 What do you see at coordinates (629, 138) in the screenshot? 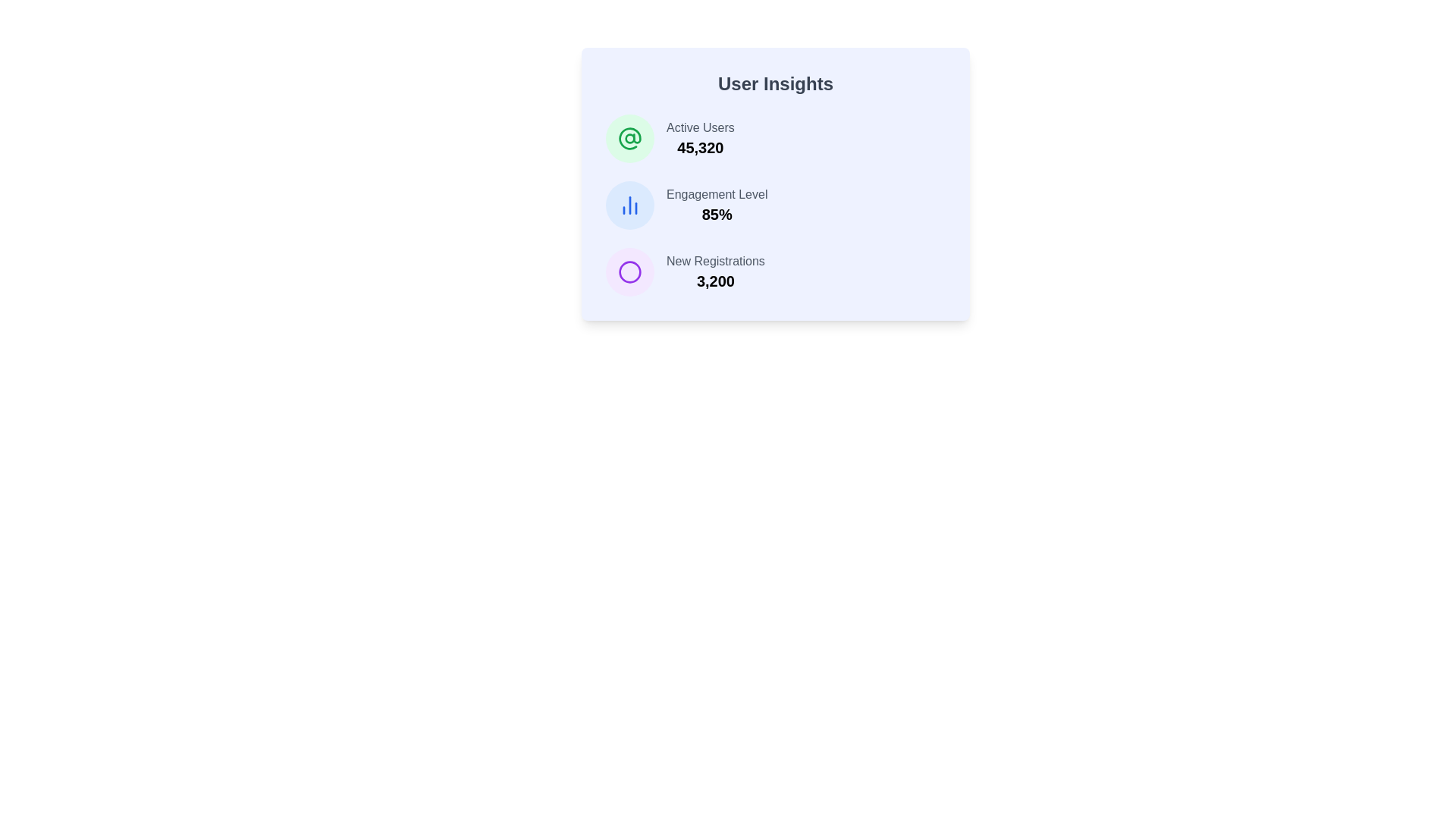
I see `the decorative icon representing the 'Active Users' section, located to the left of the text label within a green circle` at bounding box center [629, 138].